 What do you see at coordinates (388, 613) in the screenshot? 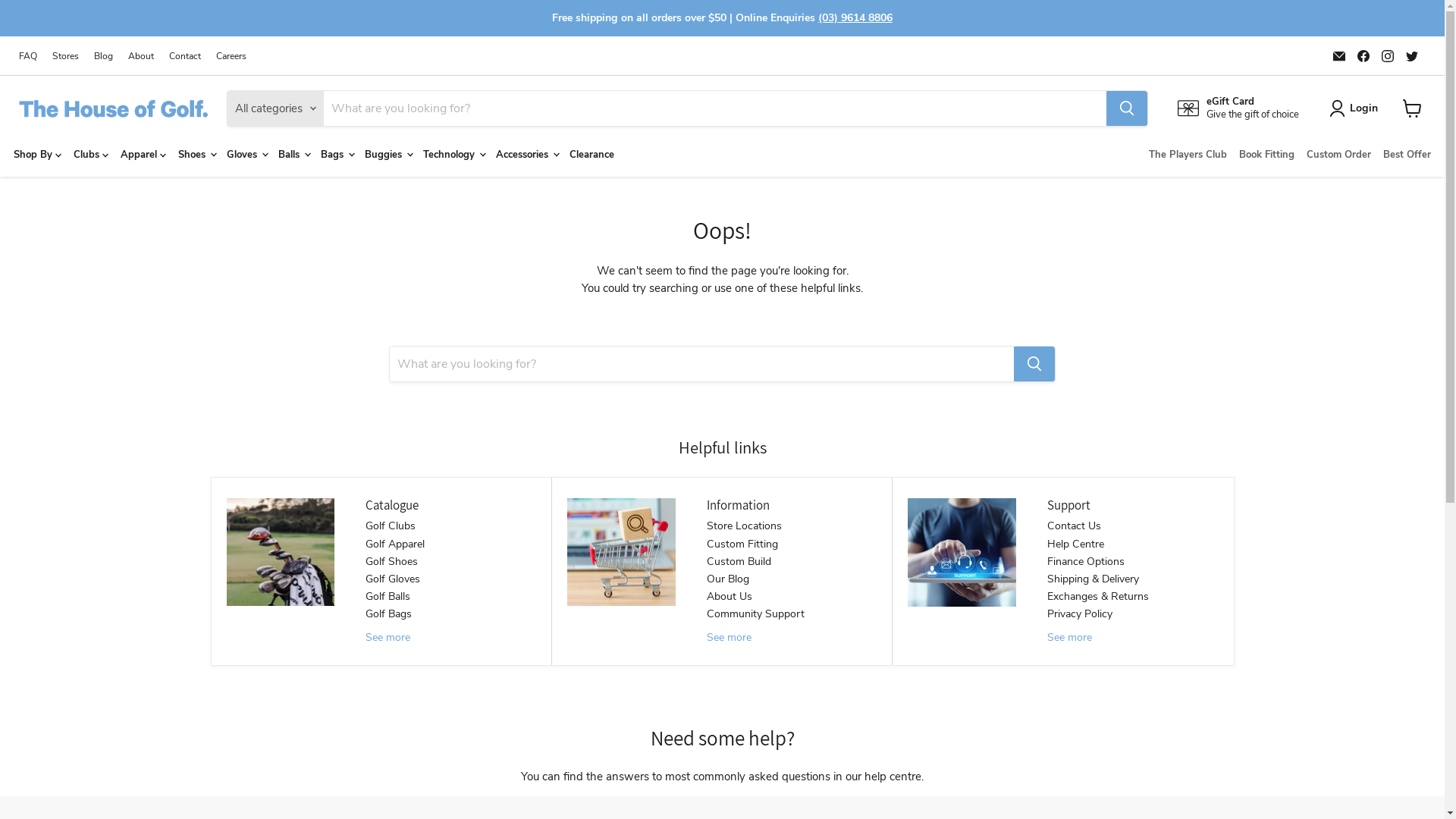
I see `'Golf Bags'` at bounding box center [388, 613].